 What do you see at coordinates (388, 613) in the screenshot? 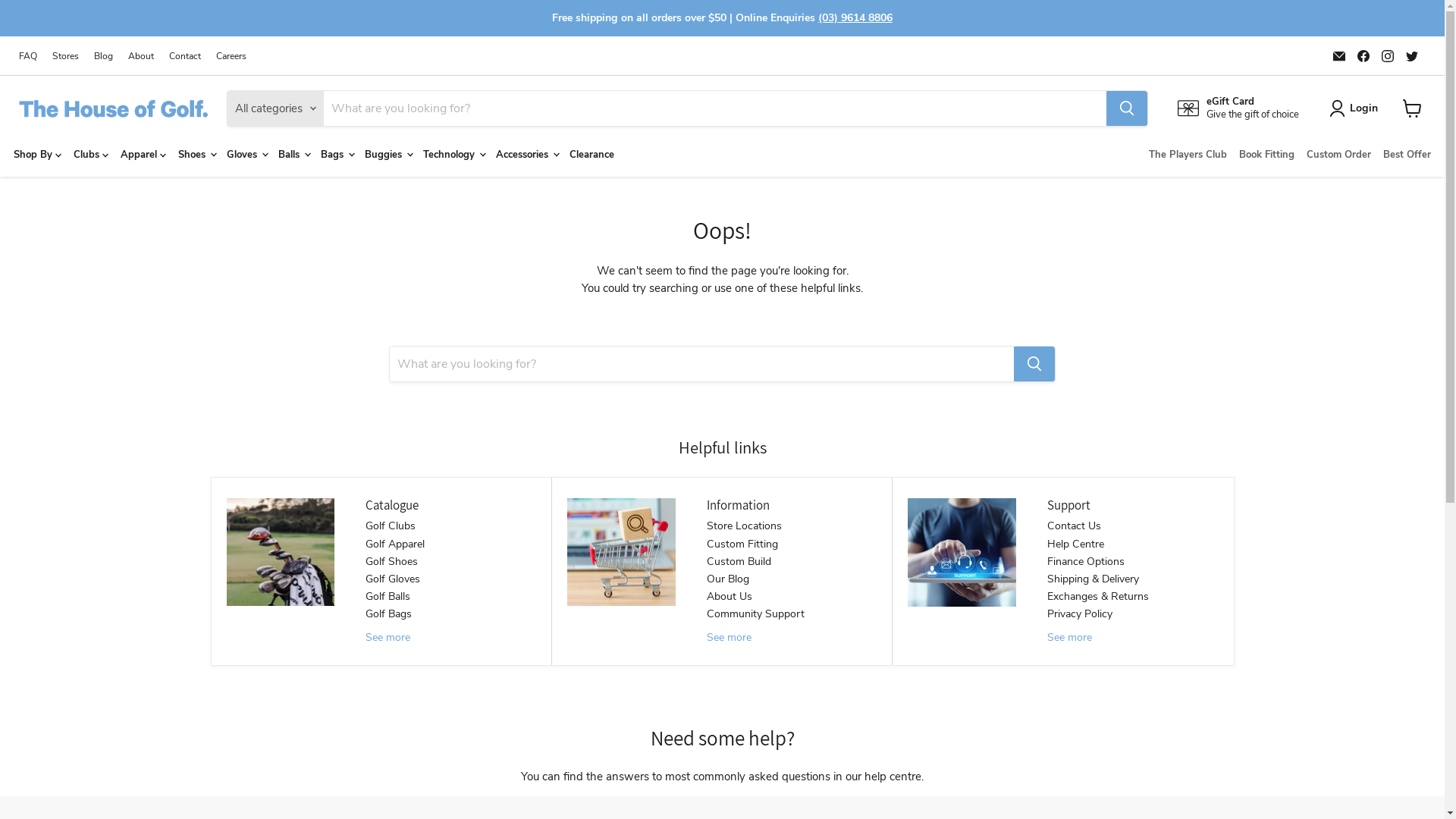
I see `'Golf Bags'` at bounding box center [388, 613].